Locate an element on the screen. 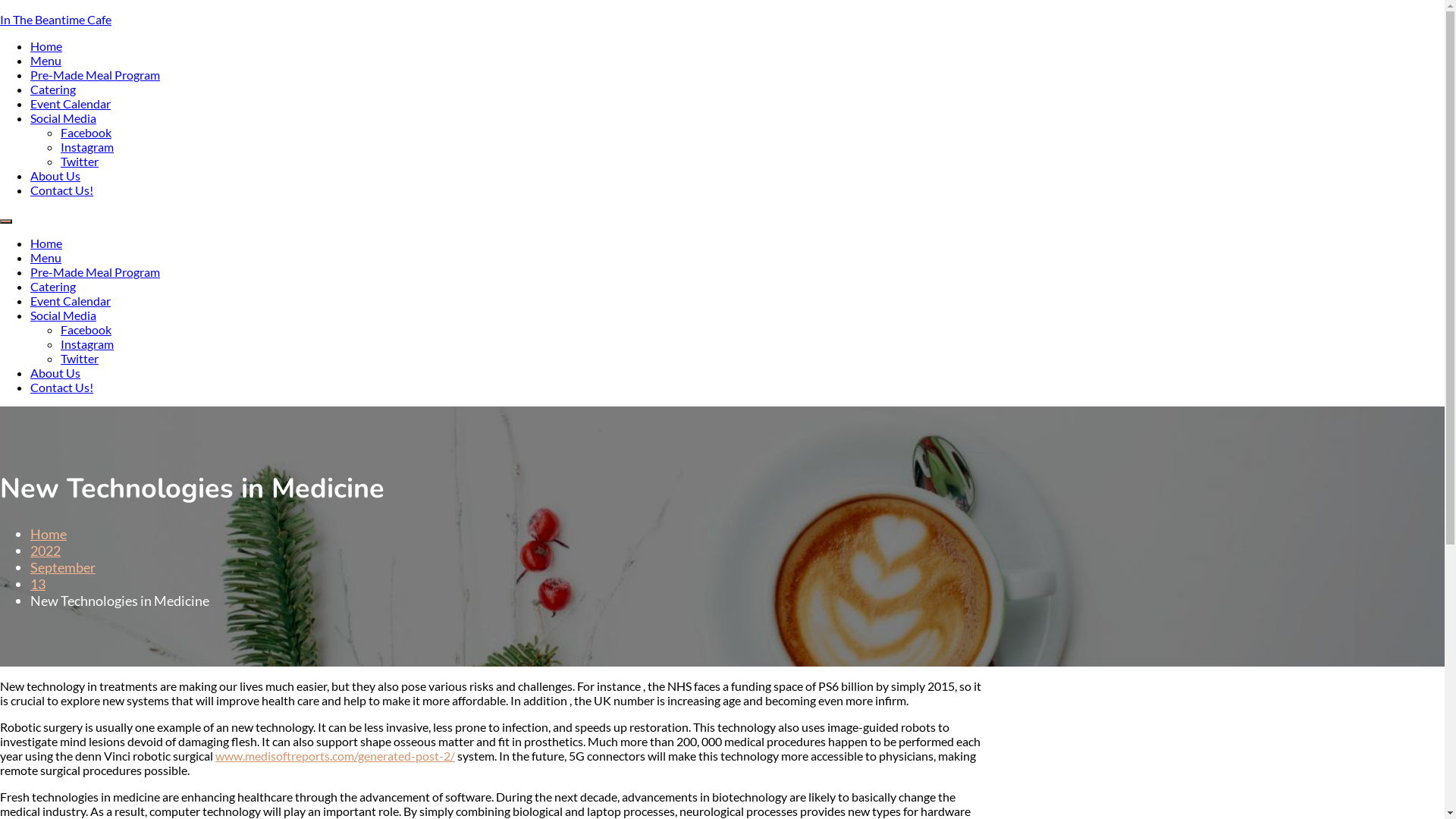 This screenshot has height=819, width=1456. 'Menu' is located at coordinates (45, 256).